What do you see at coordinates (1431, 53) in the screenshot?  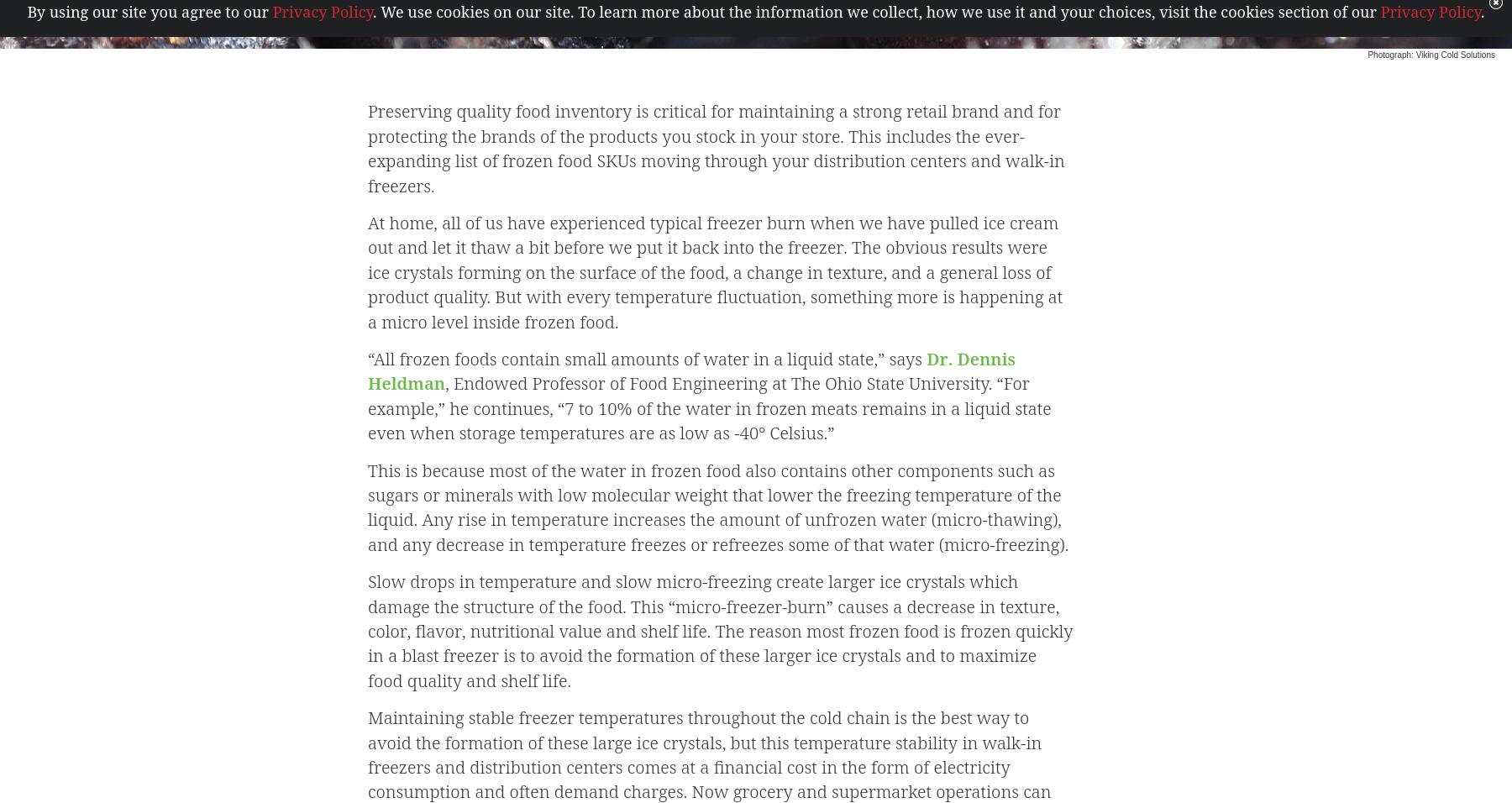 I see `'Photograph: Viking Cold Solutions'` at bounding box center [1431, 53].